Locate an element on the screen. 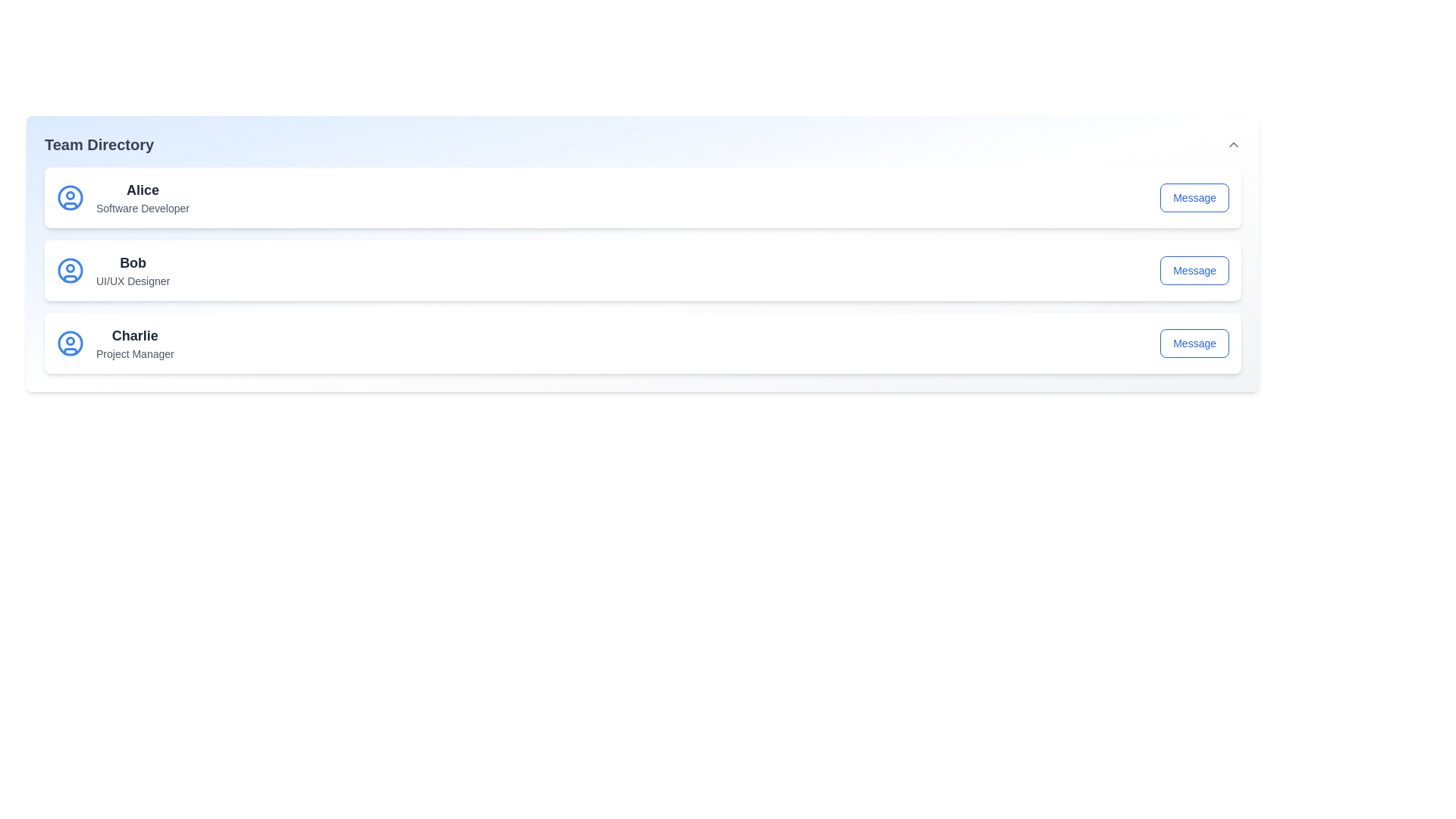 Image resolution: width=1456 pixels, height=819 pixels. the text block displaying 'Bob' in bold and 'UI/UX Designer' in a smaller font, which is the second profile entry in the list is located at coordinates (133, 270).